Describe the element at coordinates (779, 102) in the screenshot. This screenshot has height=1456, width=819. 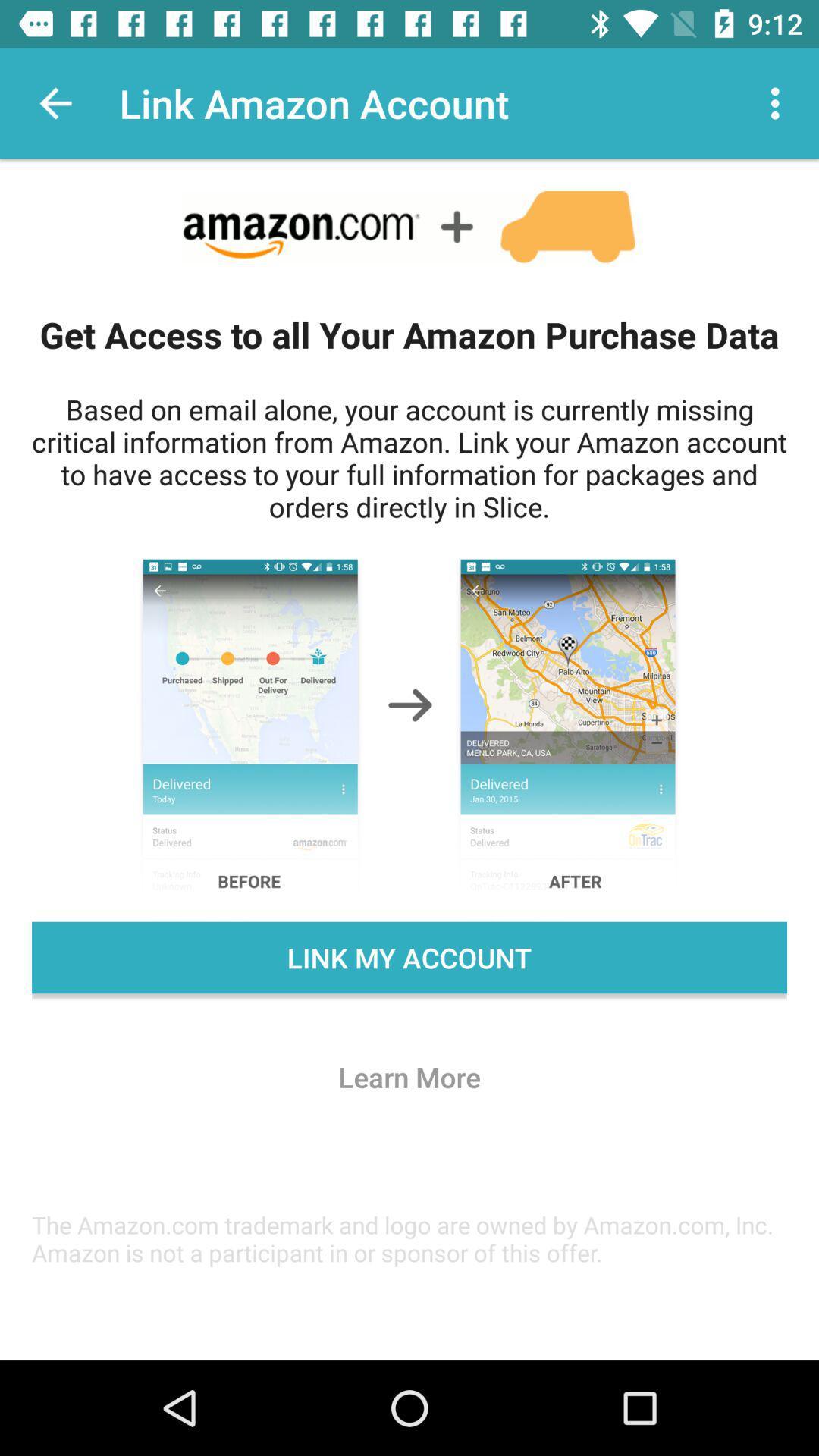
I see `icon above get access to` at that location.